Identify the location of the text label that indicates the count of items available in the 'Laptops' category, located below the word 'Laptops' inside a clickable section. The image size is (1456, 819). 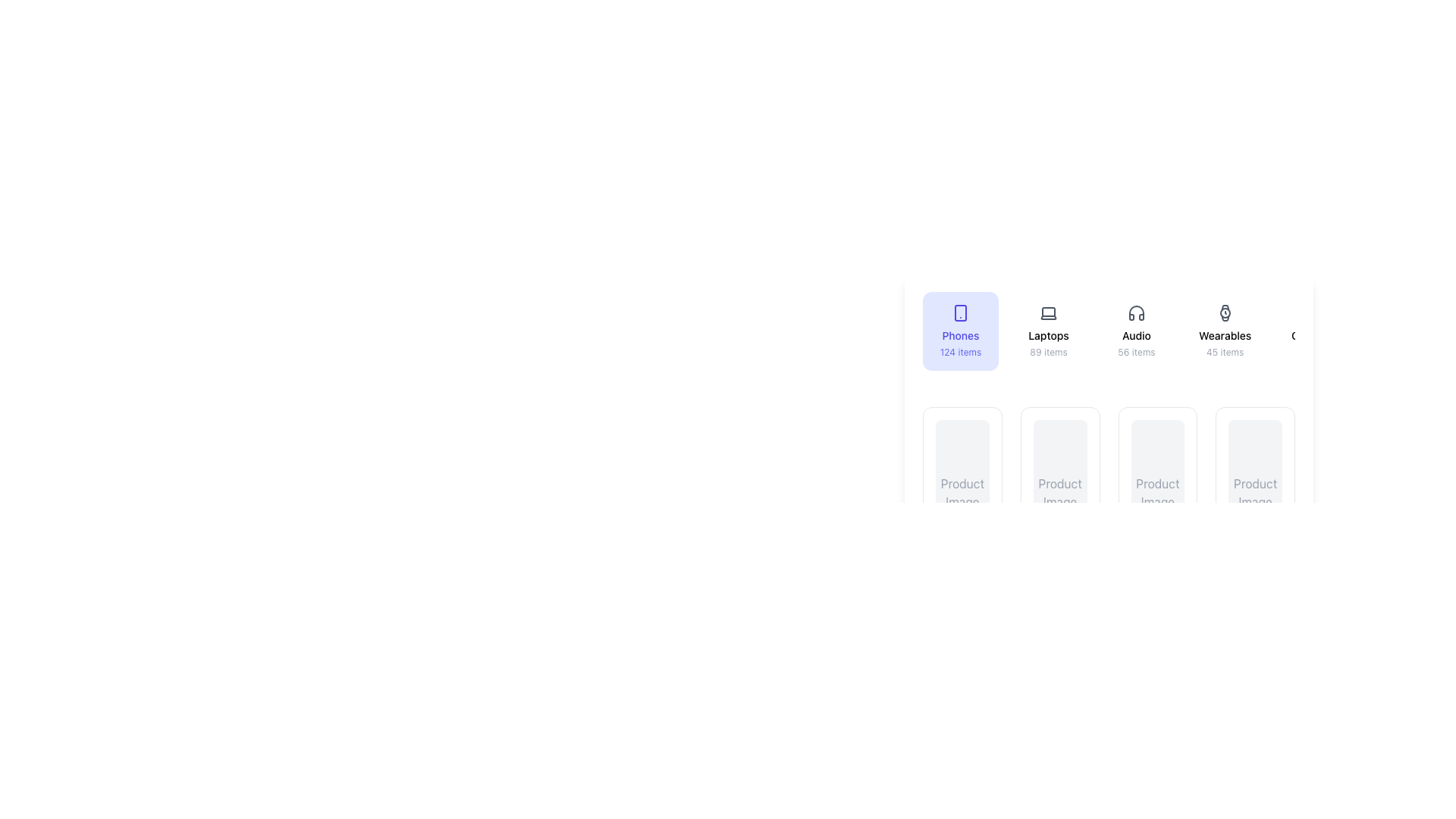
(1047, 353).